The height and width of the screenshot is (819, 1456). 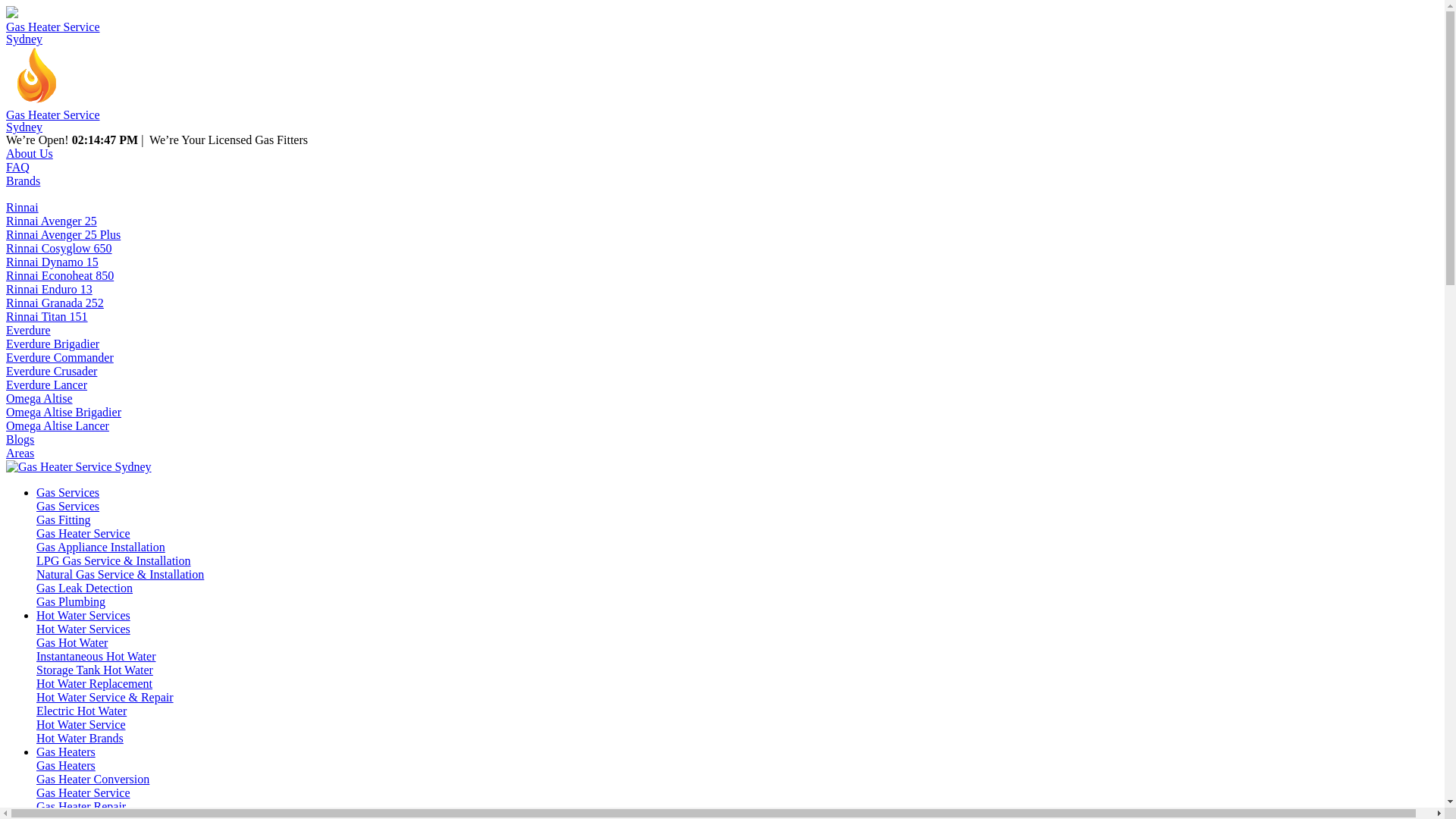 What do you see at coordinates (39, 397) in the screenshot?
I see `'Omega Altise'` at bounding box center [39, 397].